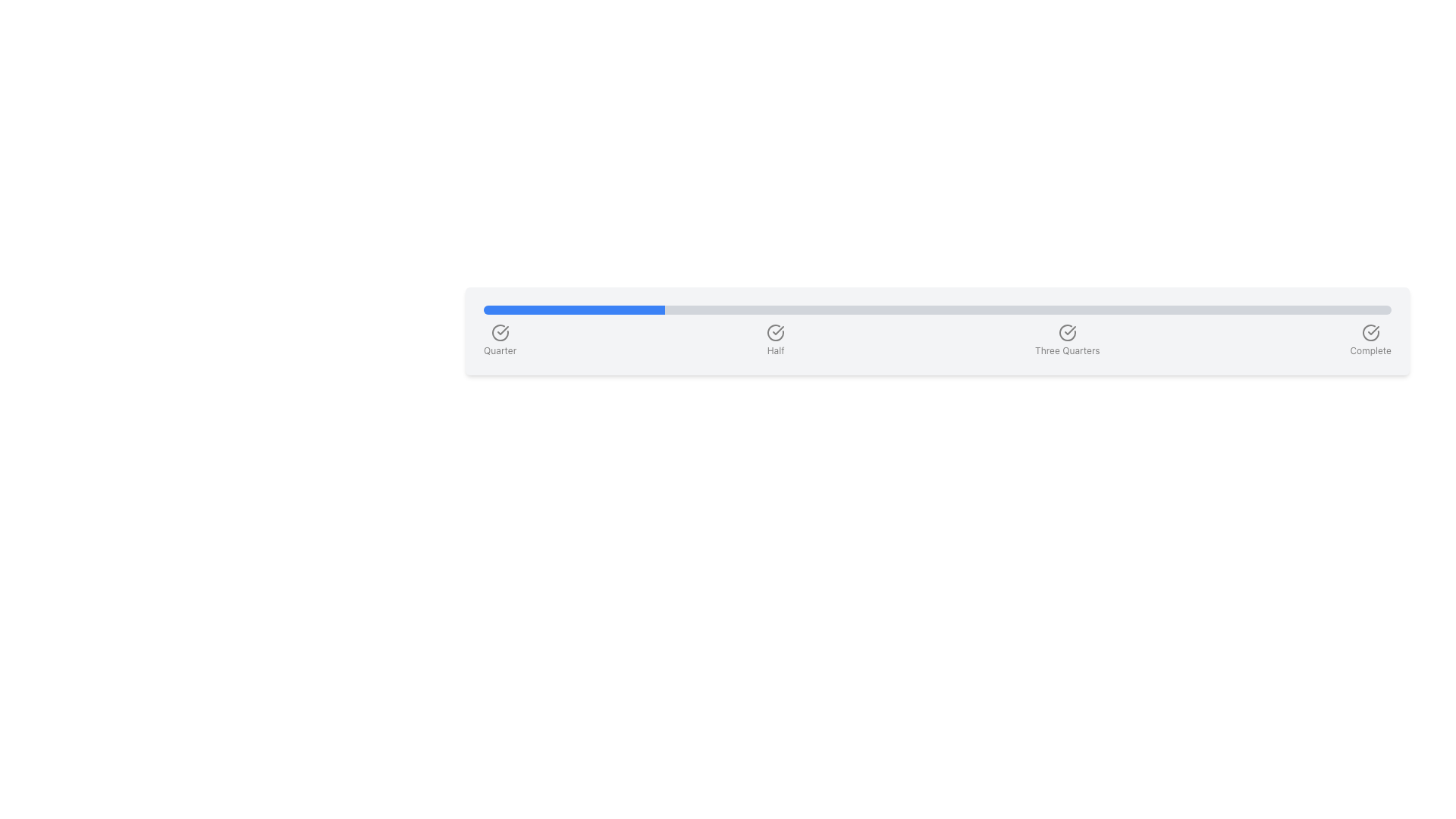  Describe the element at coordinates (776, 339) in the screenshot. I see `the second progress indicator in the horizontal progress bar, which represents the halfway point` at that location.